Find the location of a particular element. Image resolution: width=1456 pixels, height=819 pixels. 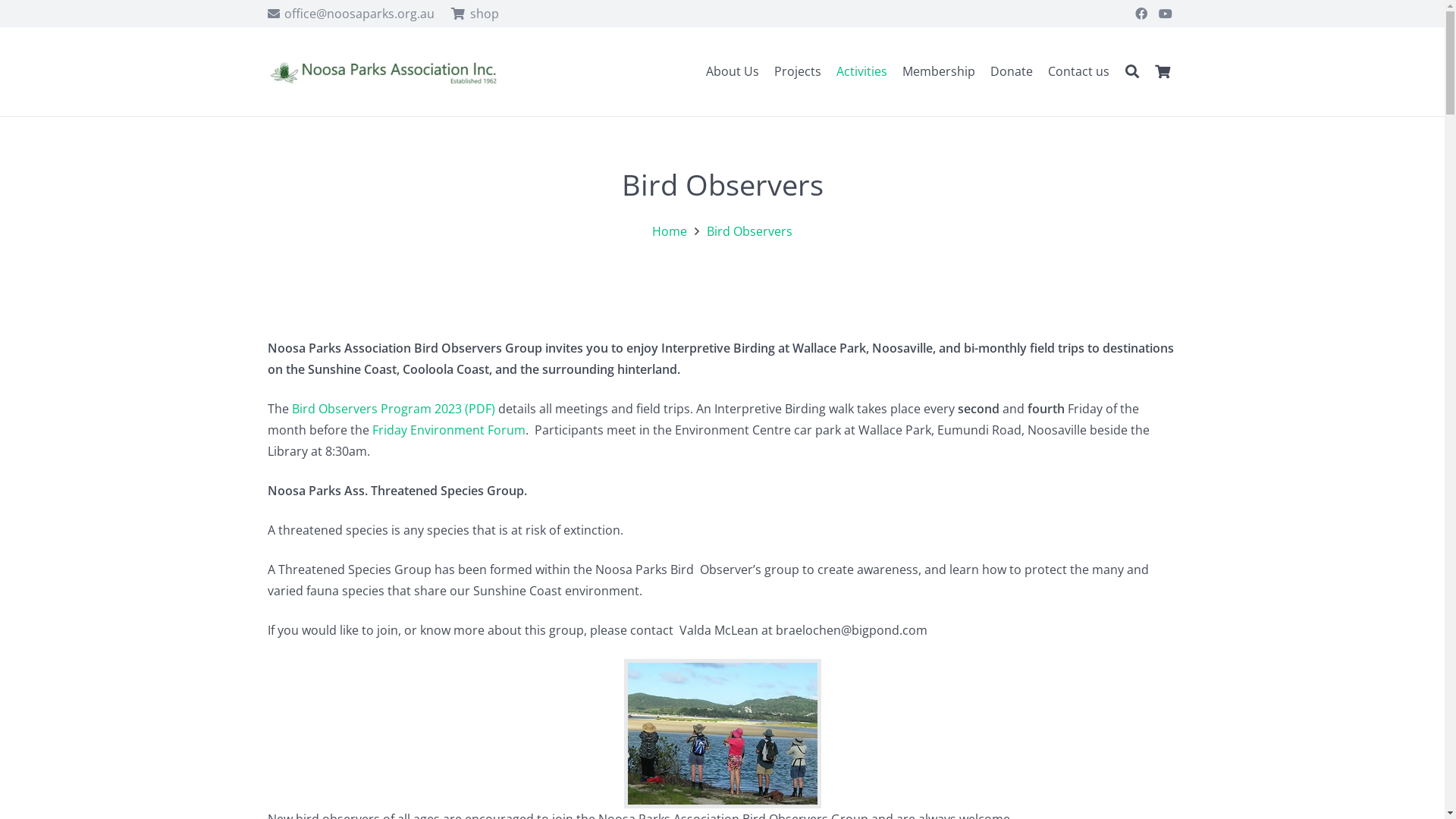

'Contact us' is located at coordinates (1078, 71).